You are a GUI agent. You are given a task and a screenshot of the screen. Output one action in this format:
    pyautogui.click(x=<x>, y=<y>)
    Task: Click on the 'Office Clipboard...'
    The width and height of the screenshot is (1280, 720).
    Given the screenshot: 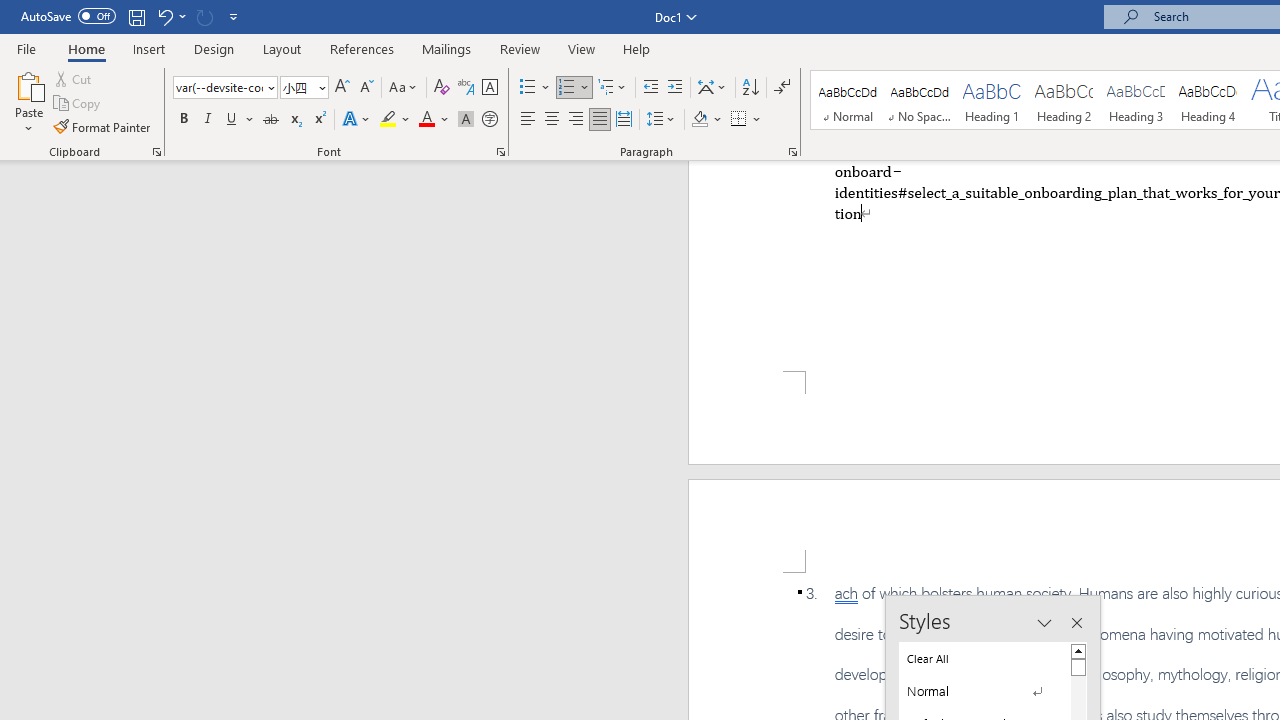 What is the action you would take?
    pyautogui.click(x=155, y=150)
    